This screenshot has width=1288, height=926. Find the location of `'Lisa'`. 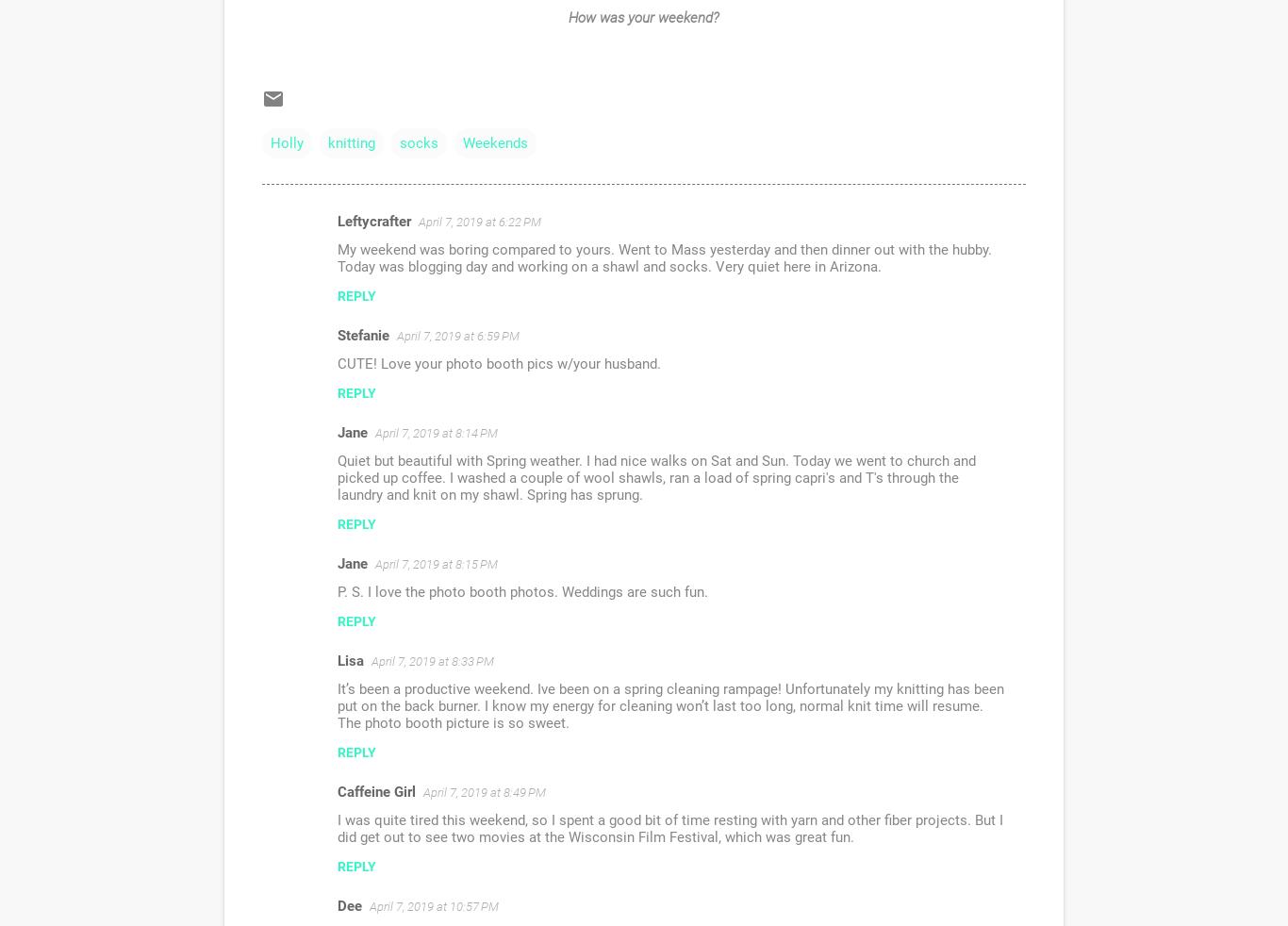

'Lisa' is located at coordinates (349, 659).